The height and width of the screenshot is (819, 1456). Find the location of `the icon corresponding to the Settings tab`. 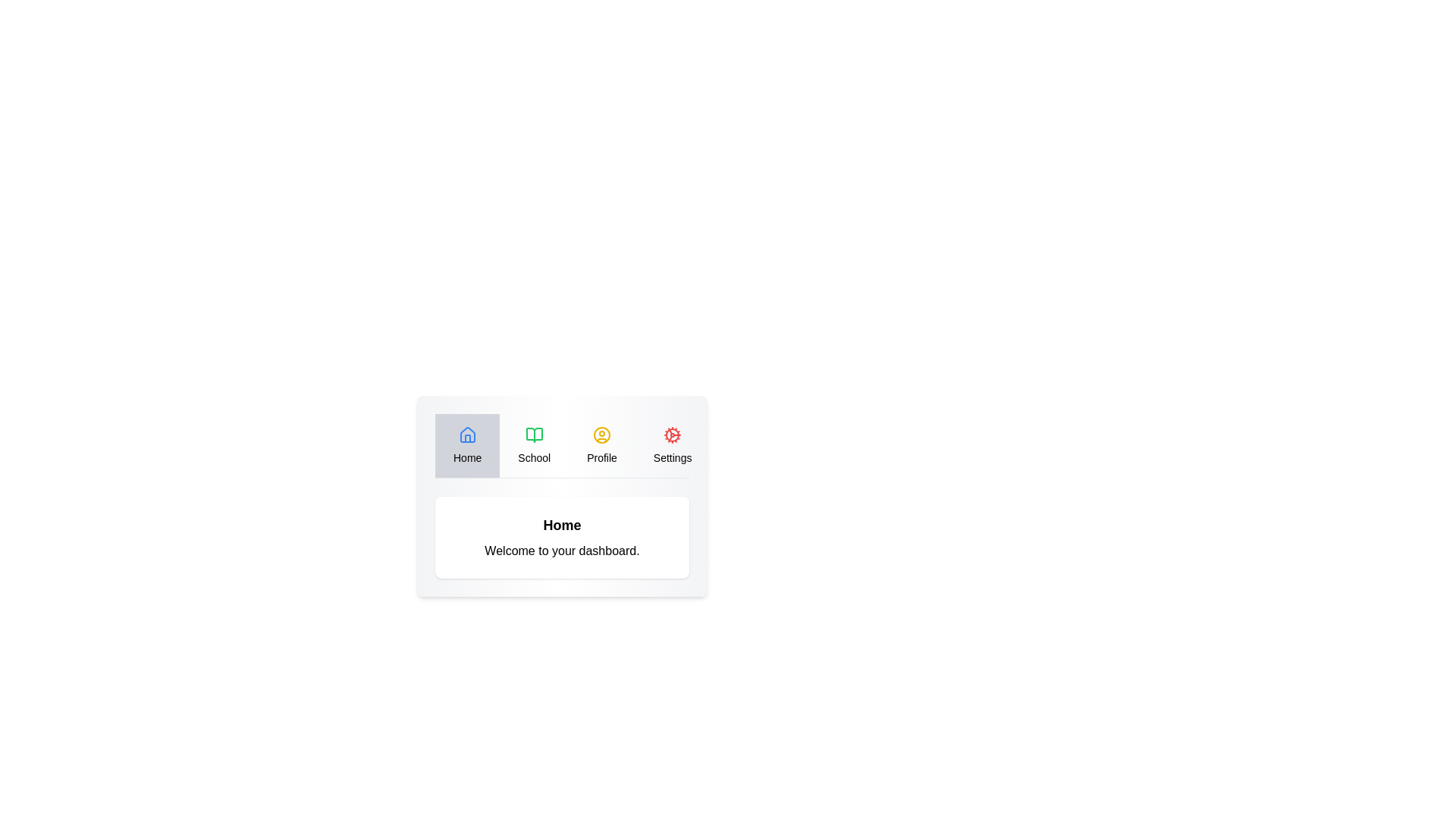

the icon corresponding to the Settings tab is located at coordinates (672, 435).